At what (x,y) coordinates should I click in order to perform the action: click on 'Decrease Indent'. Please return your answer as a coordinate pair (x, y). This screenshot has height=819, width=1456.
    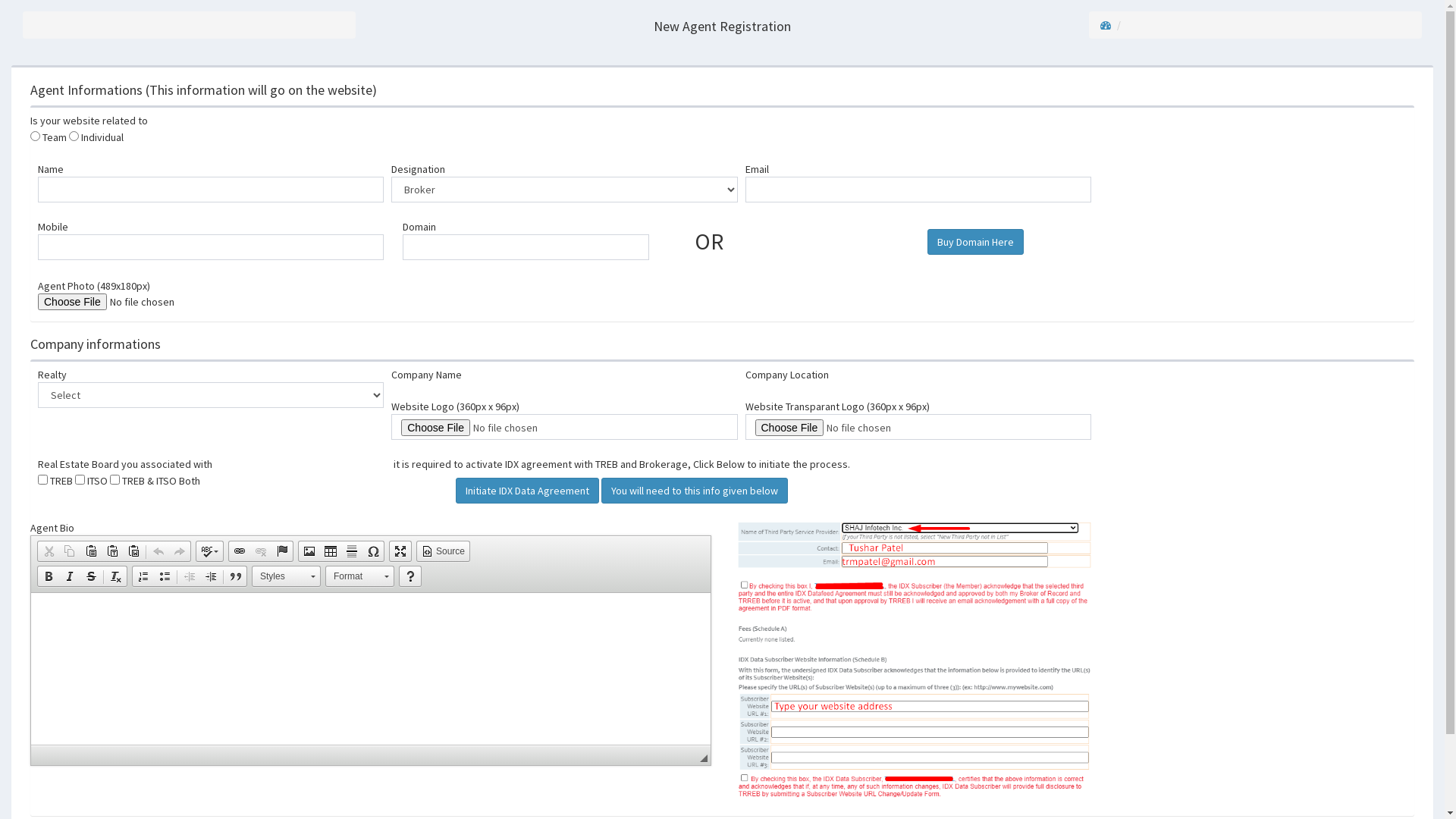
    Looking at the image, I should click on (188, 576).